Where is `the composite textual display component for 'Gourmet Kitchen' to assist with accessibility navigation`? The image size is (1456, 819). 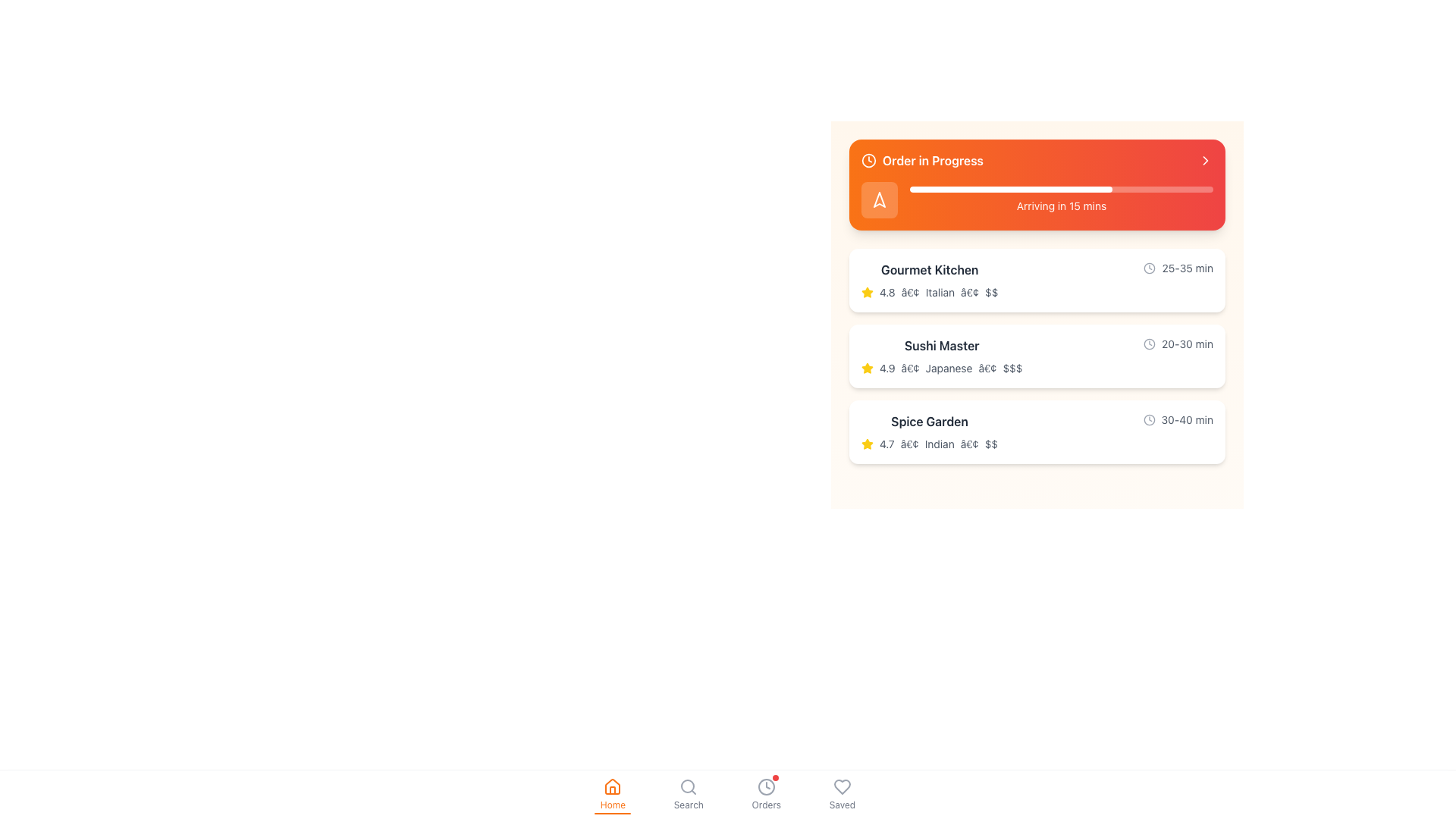 the composite textual display component for 'Gourmet Kitchen' to assist with accessibility navigation is located at coordinates (1037, 281).